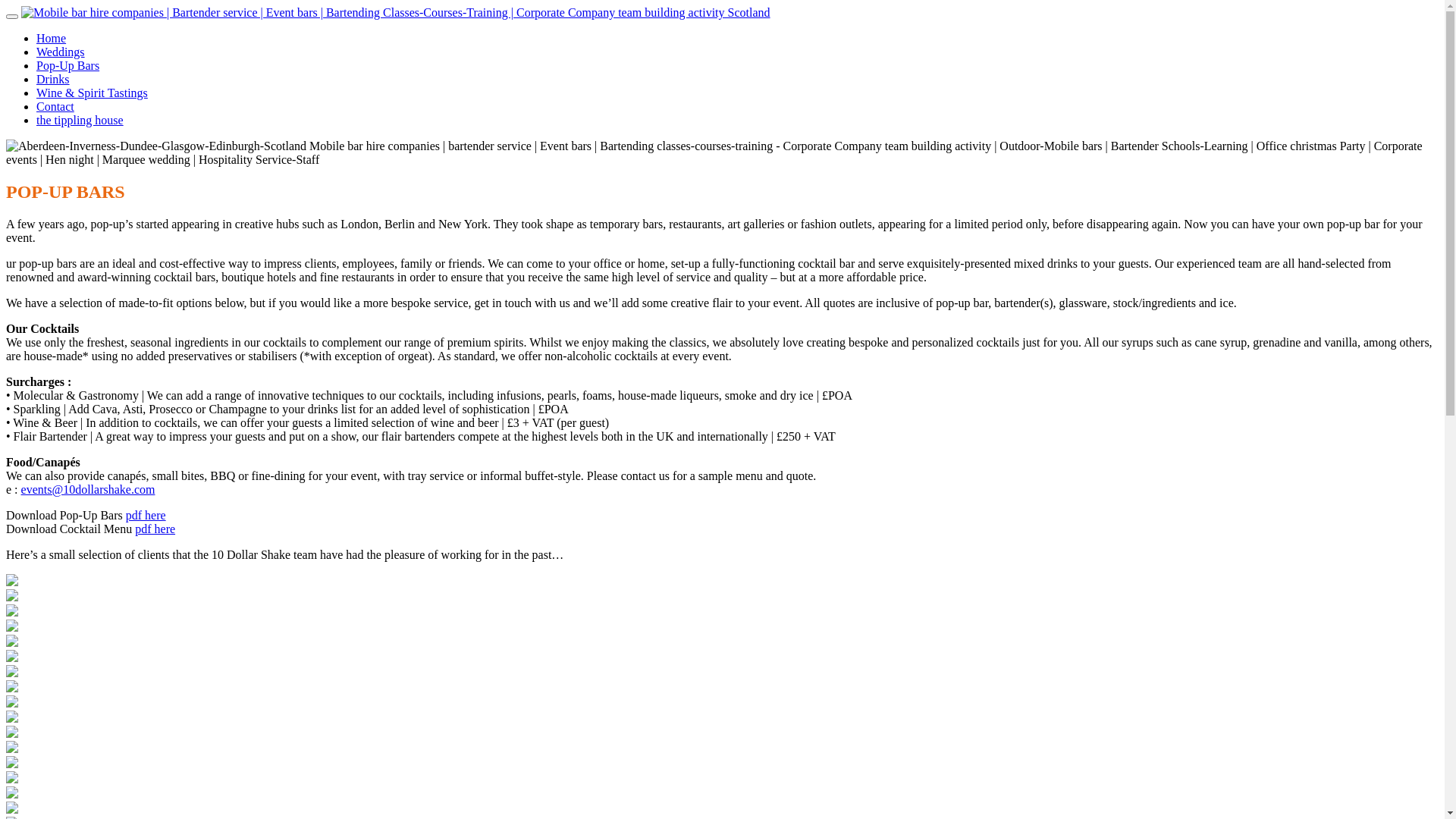  What do you see at coordinates (79, 119) in the screenshot?
I see `'the tippling house'` at bounding box center [79, 119].